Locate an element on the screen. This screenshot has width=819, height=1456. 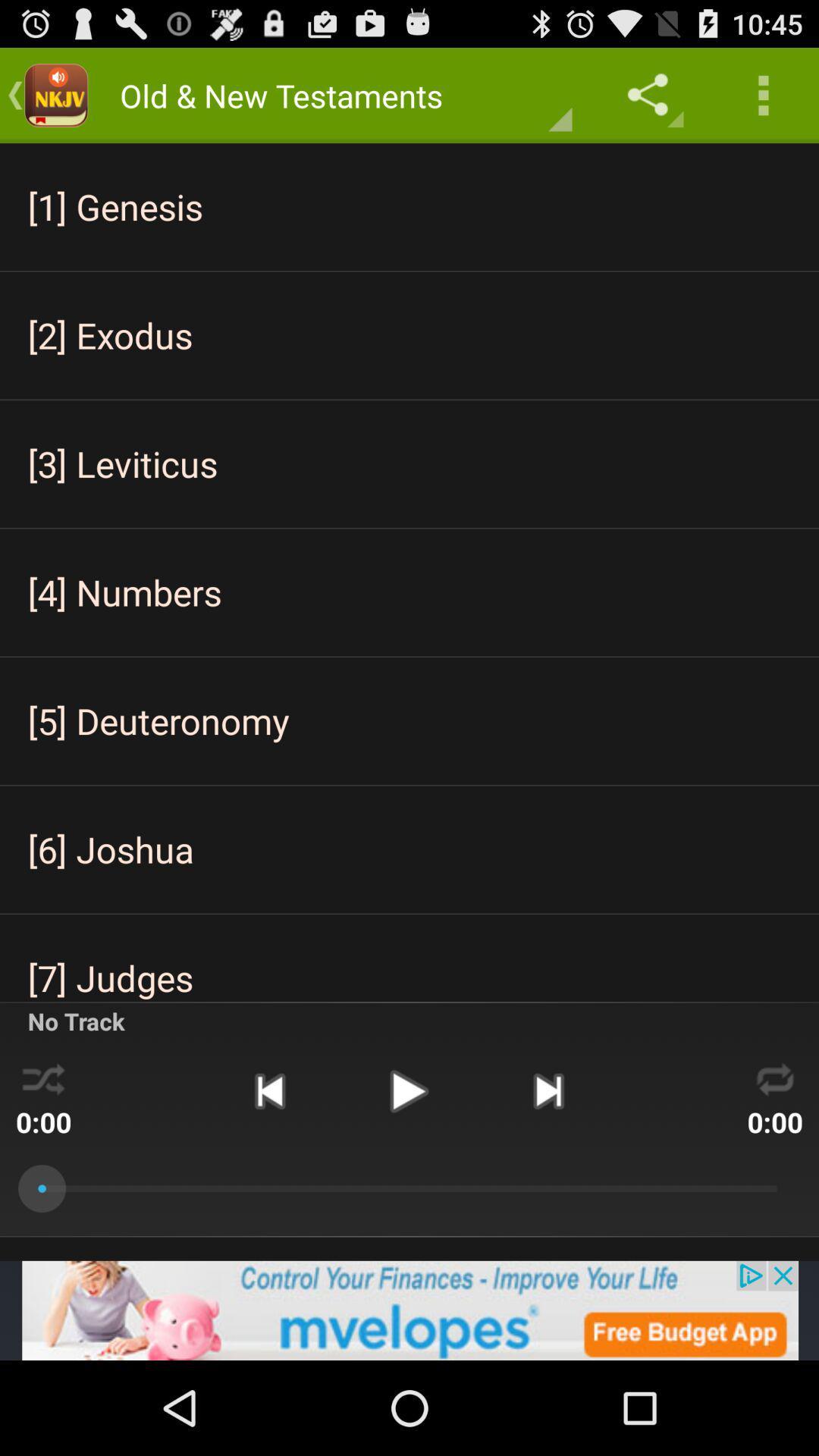
the skip_next icon is located at coordinates (548, 1166).